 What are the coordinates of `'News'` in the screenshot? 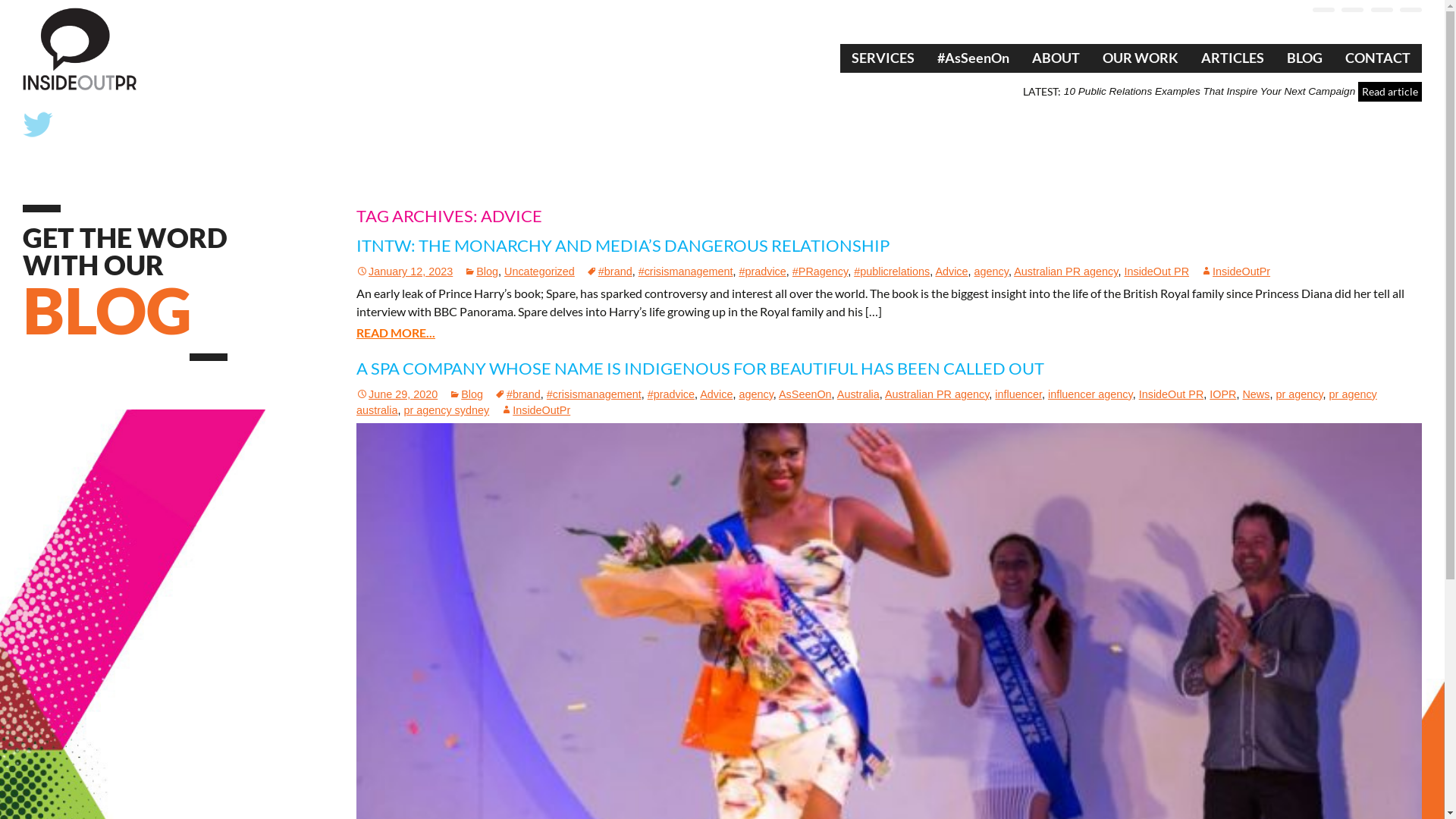 It's located at (1256, 394).